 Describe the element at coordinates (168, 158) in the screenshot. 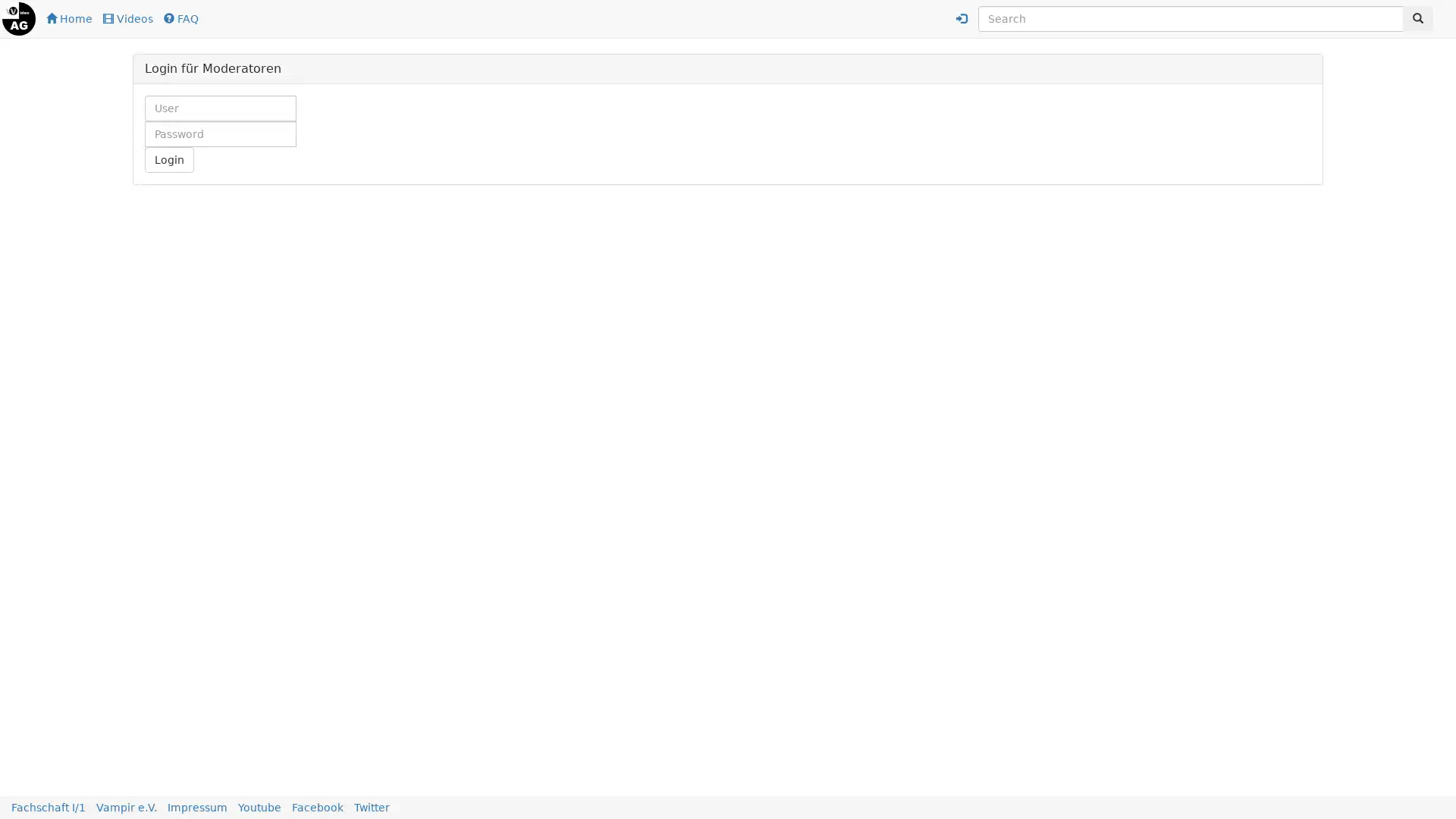

I see `Login` at that location.